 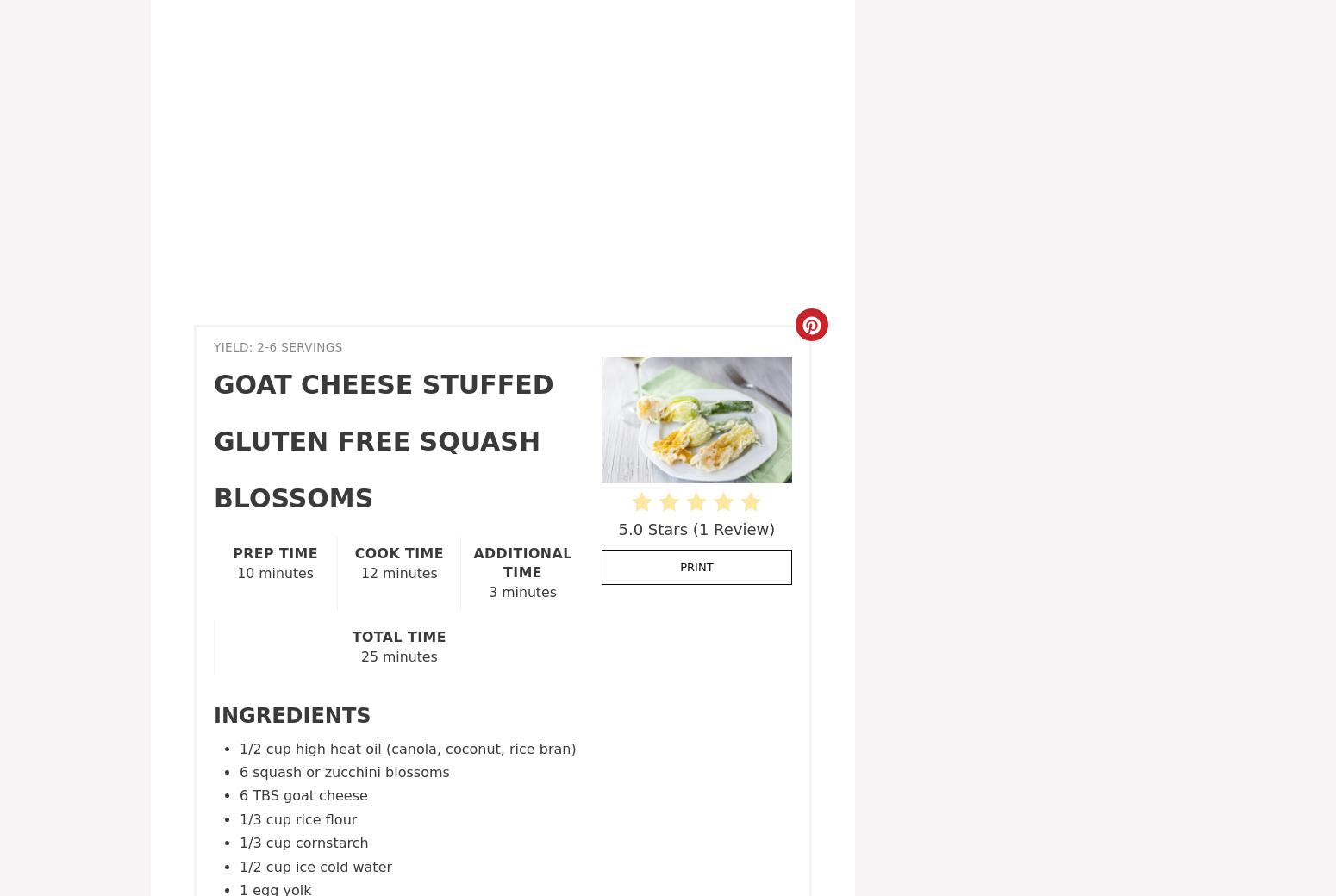 I want to click on '10 minutes', so click(x=274, y=572).